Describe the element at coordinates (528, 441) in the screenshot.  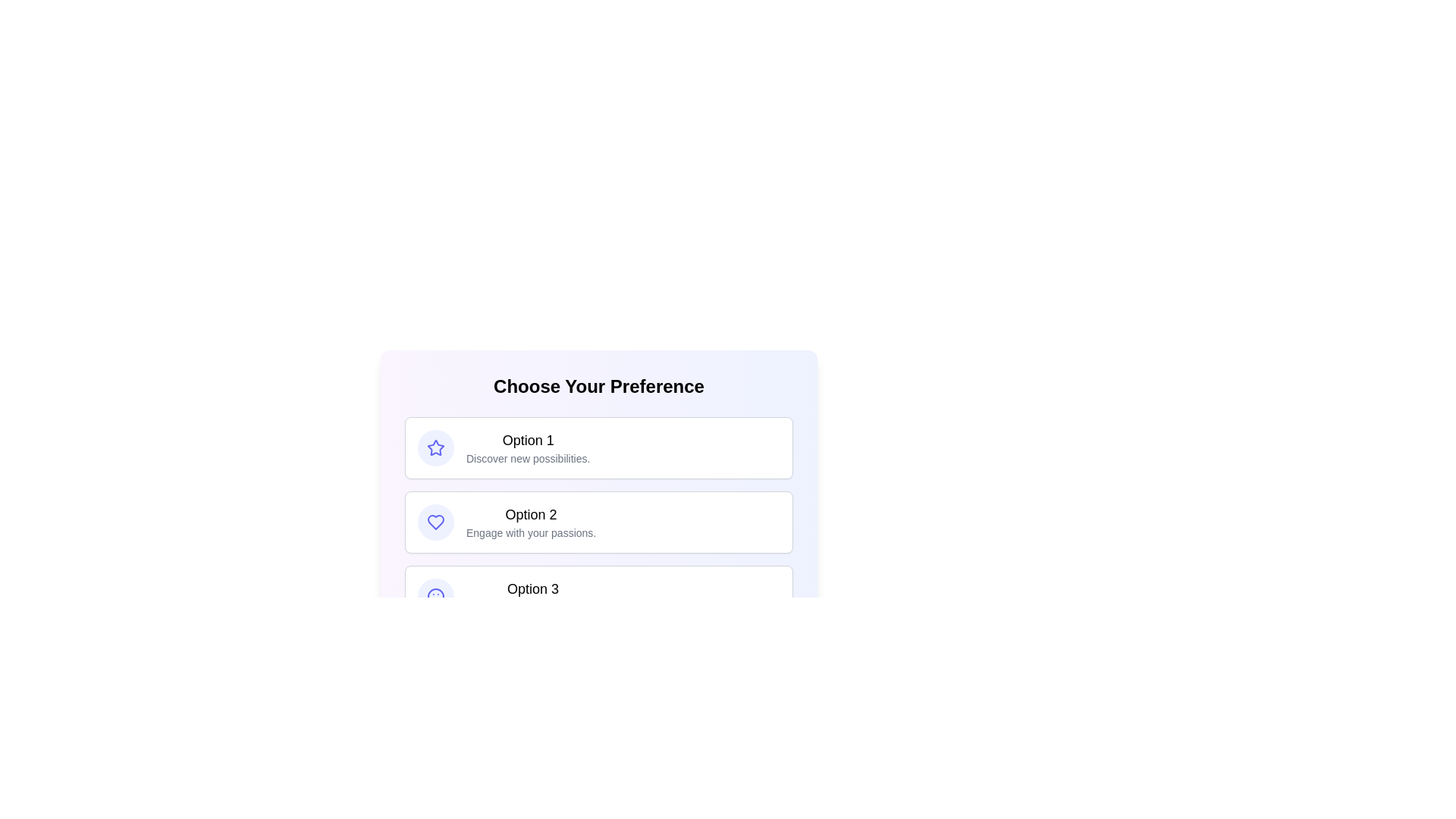
I see `the text label that serves as the title of the first selectable option in the preference selection interface under 'Choose Your Preference'` at that location.